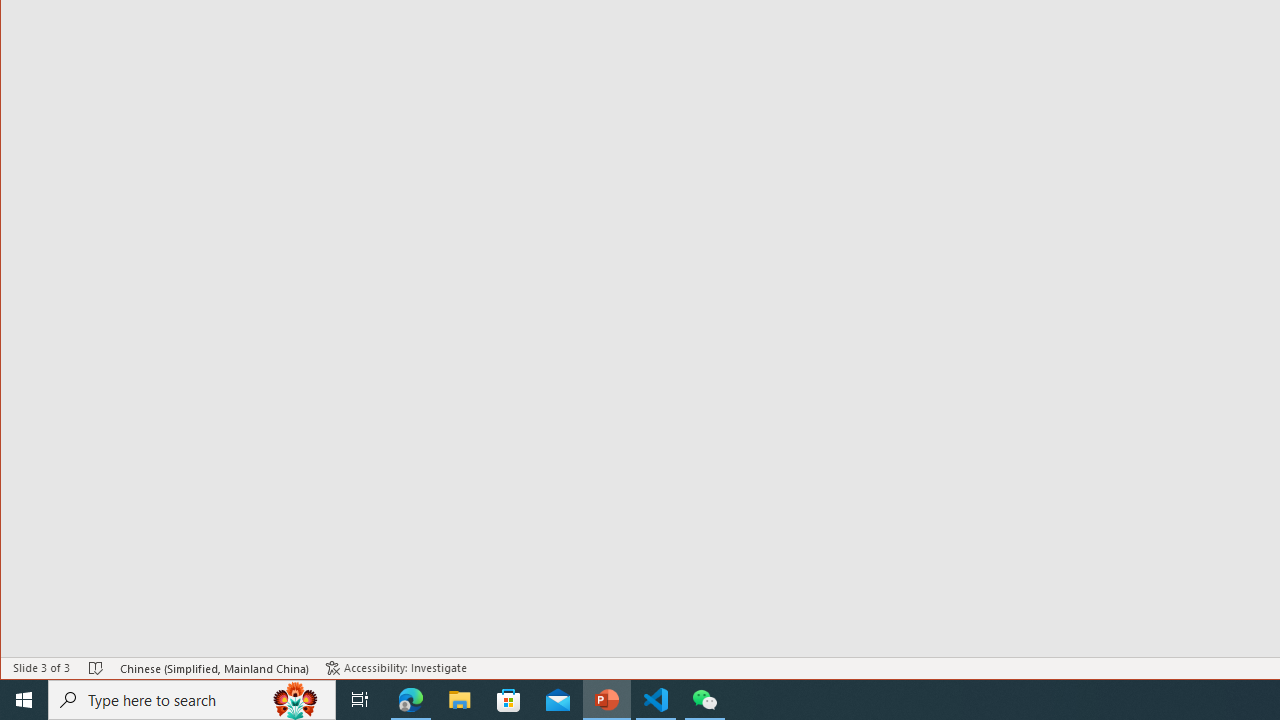 Image resolution: width=1280 pixels, height=720 pixels. I want to click on 'WeChat - 1 running window', so click(705, 698).